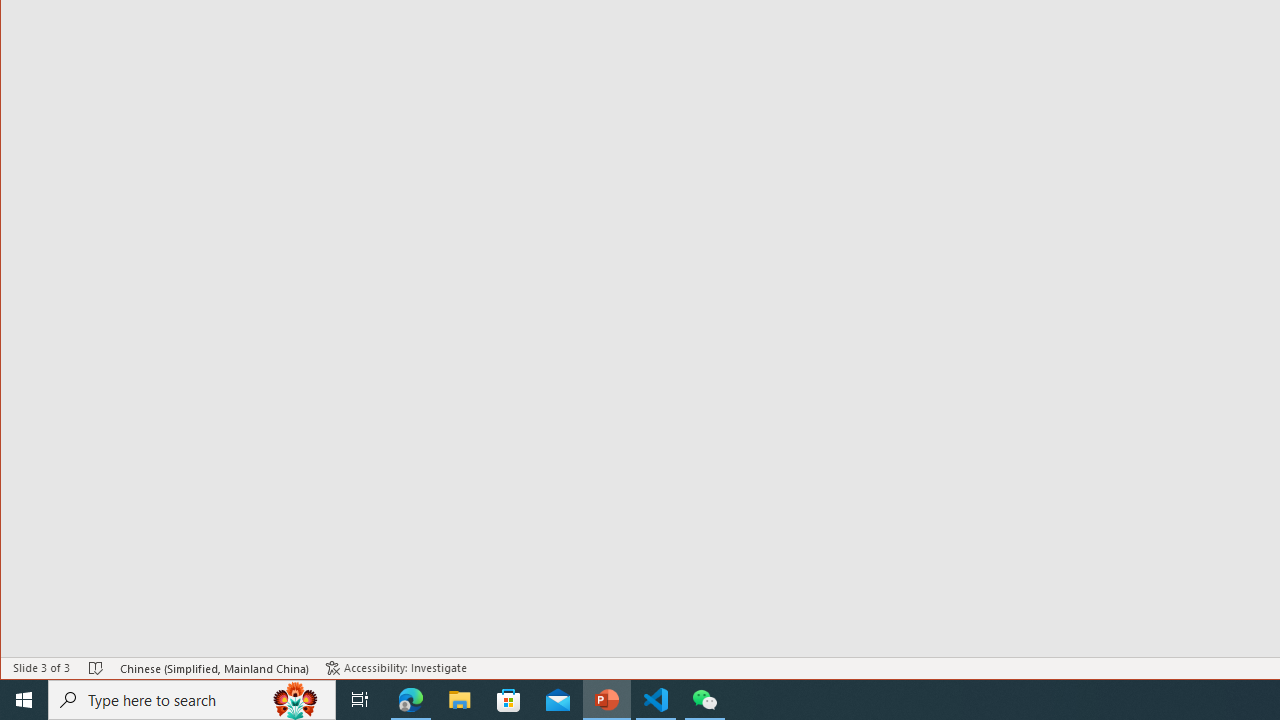 Image resolution: width=1280 pixels, height=720 pixels. I want to click on 'WeChat - 1 running window', so click(705, 698).